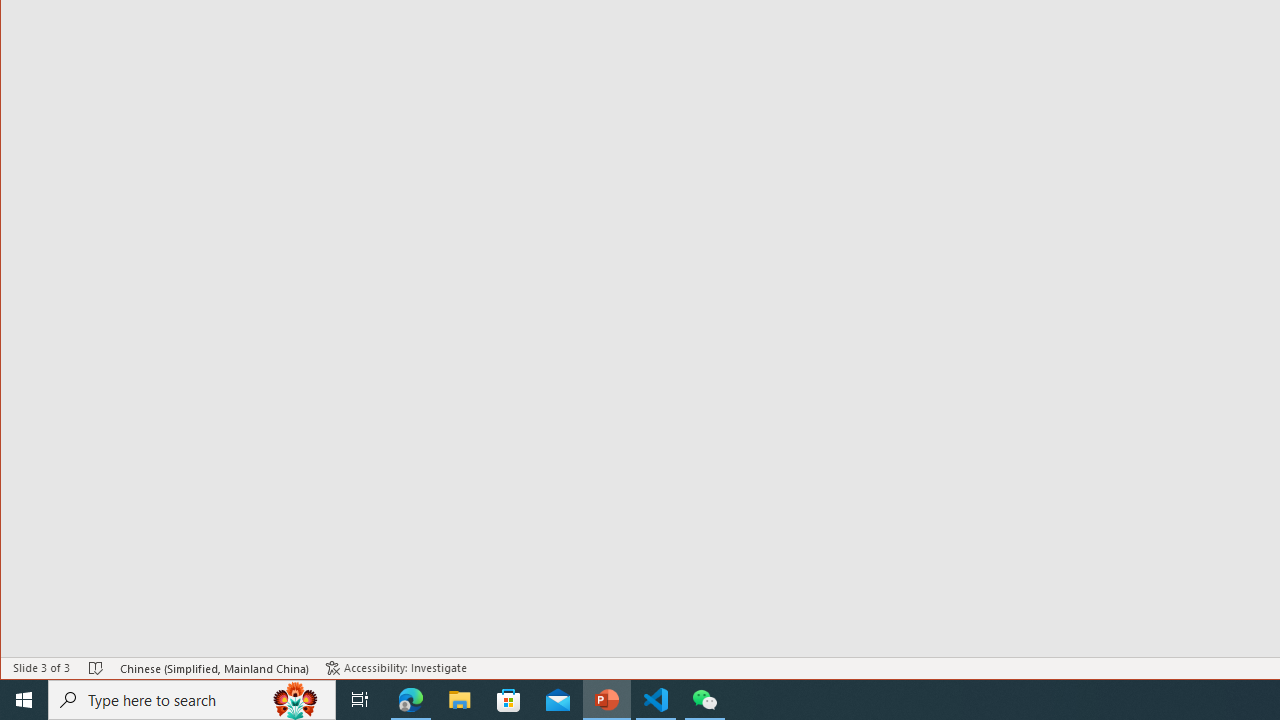 Image resolution: width=1280 pixels, height=720 pixels. I want to click on 'WeChat - 1 running window', so click(705, 698).